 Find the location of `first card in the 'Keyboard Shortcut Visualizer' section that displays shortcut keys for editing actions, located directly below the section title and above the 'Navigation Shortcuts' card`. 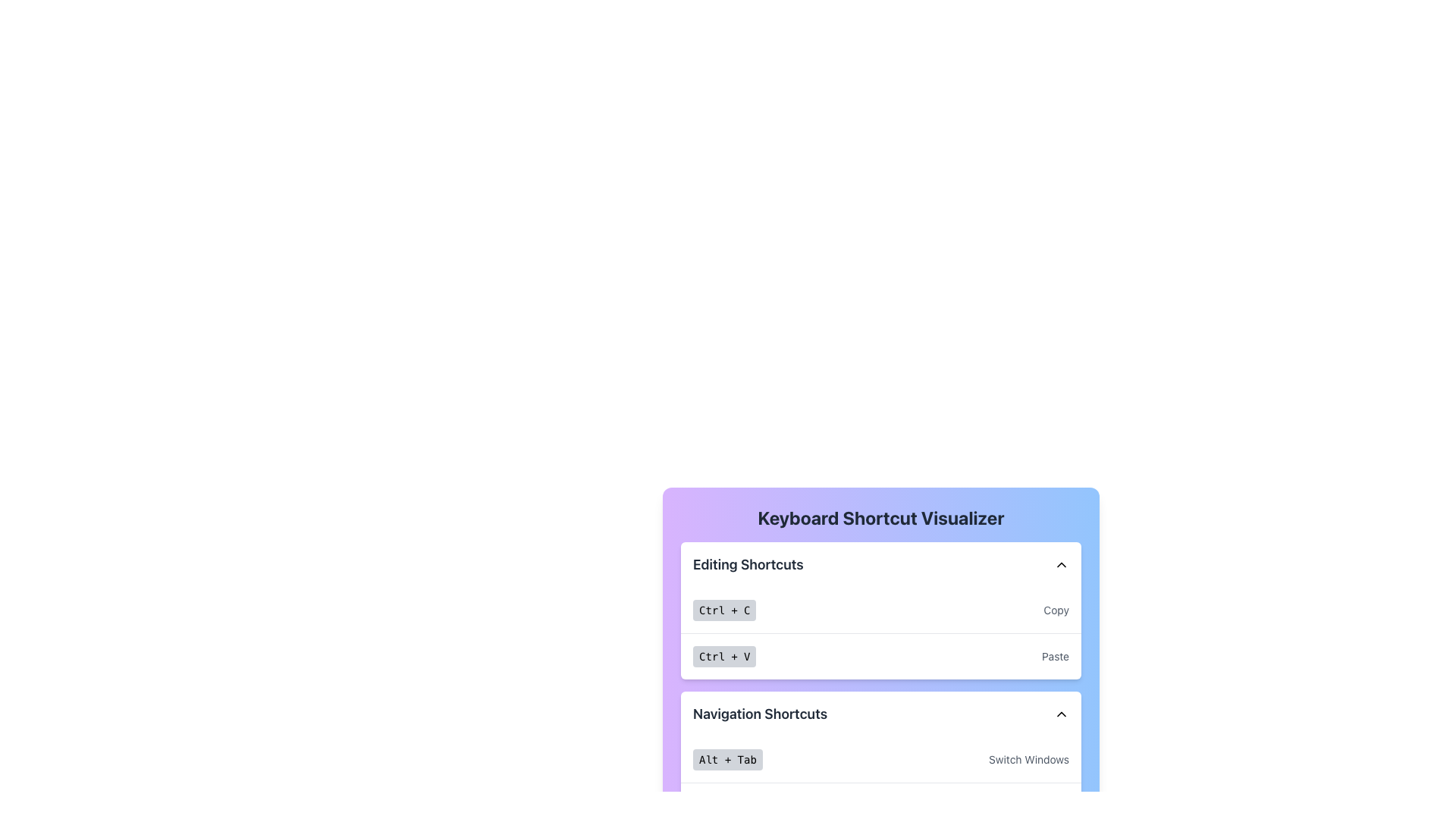

first card in the 'Keyboard Shortcut Visualizer' section that displays shortcut keys for editing actions, located directly below the section title and above the 'Navigation Shortcuts' card is located at coordinates (880, 610).